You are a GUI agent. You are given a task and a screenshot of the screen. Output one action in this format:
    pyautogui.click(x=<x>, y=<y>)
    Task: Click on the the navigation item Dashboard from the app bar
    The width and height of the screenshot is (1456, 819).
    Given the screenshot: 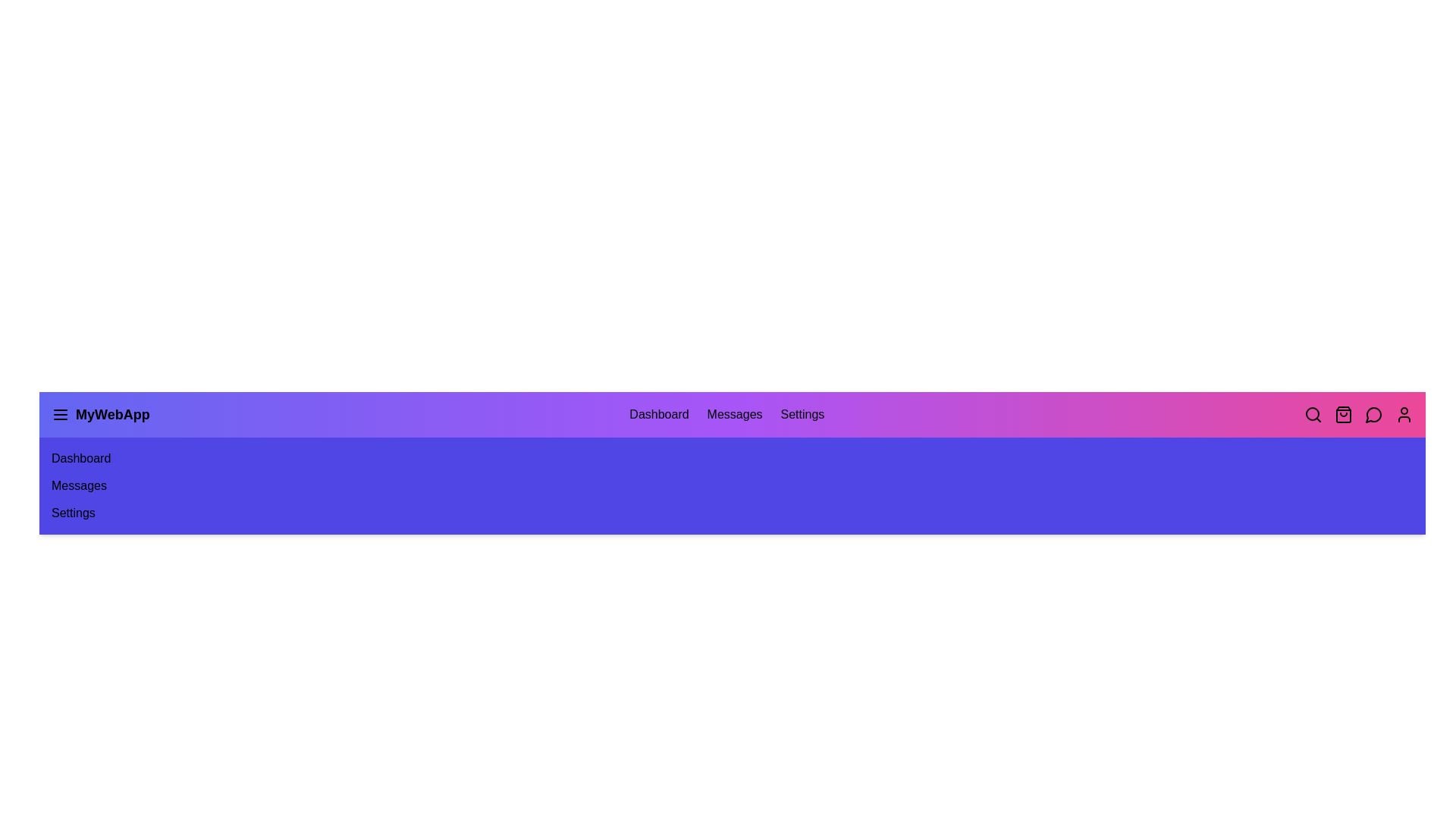 What is the action you would take?
    pyautogui.click(x=658, y=415)
    